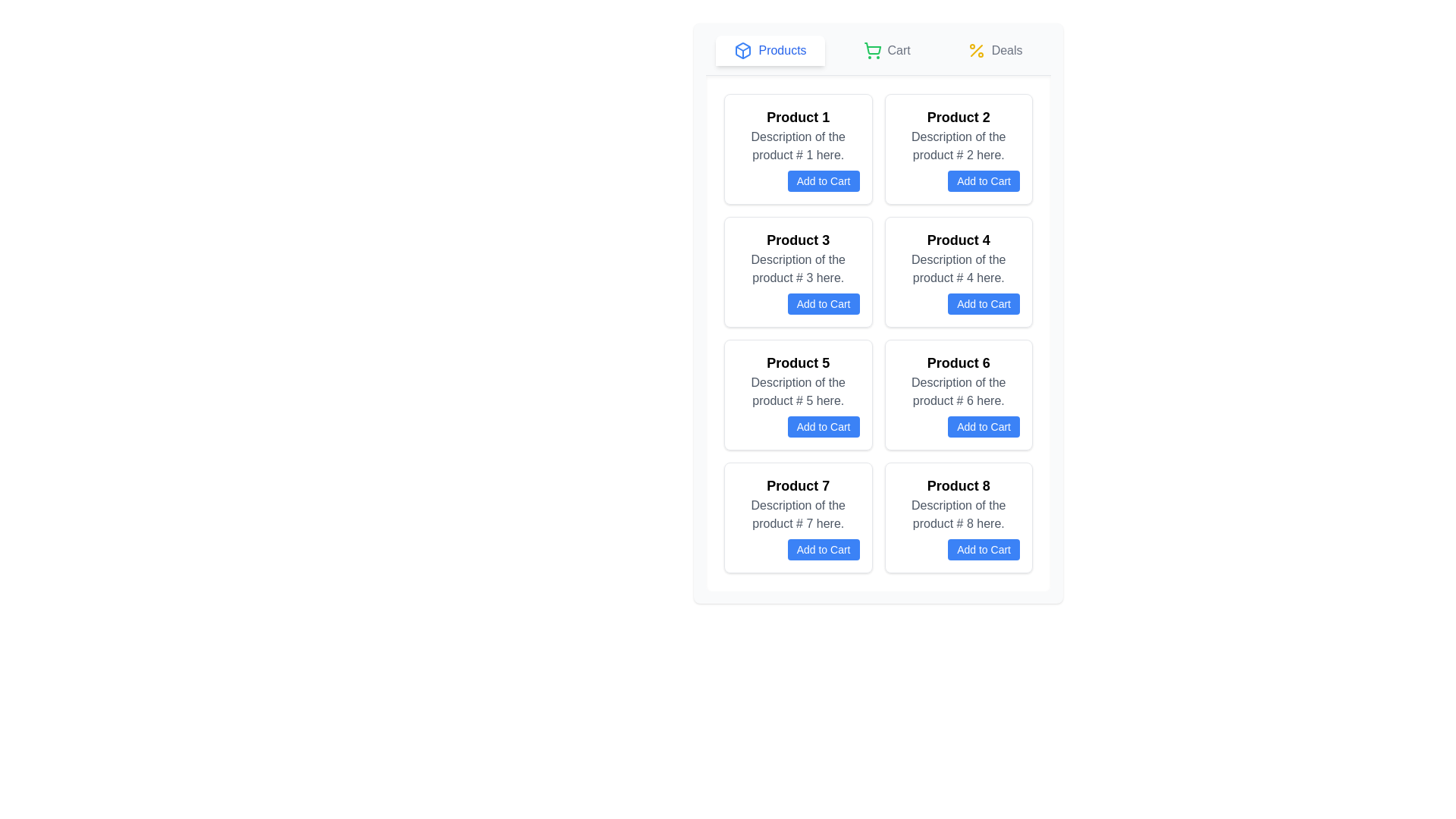  I want to click on the text label that provides a descriptive summary for 'Product 4', located in the second column of the second row of the product tile, so click(958, 268).